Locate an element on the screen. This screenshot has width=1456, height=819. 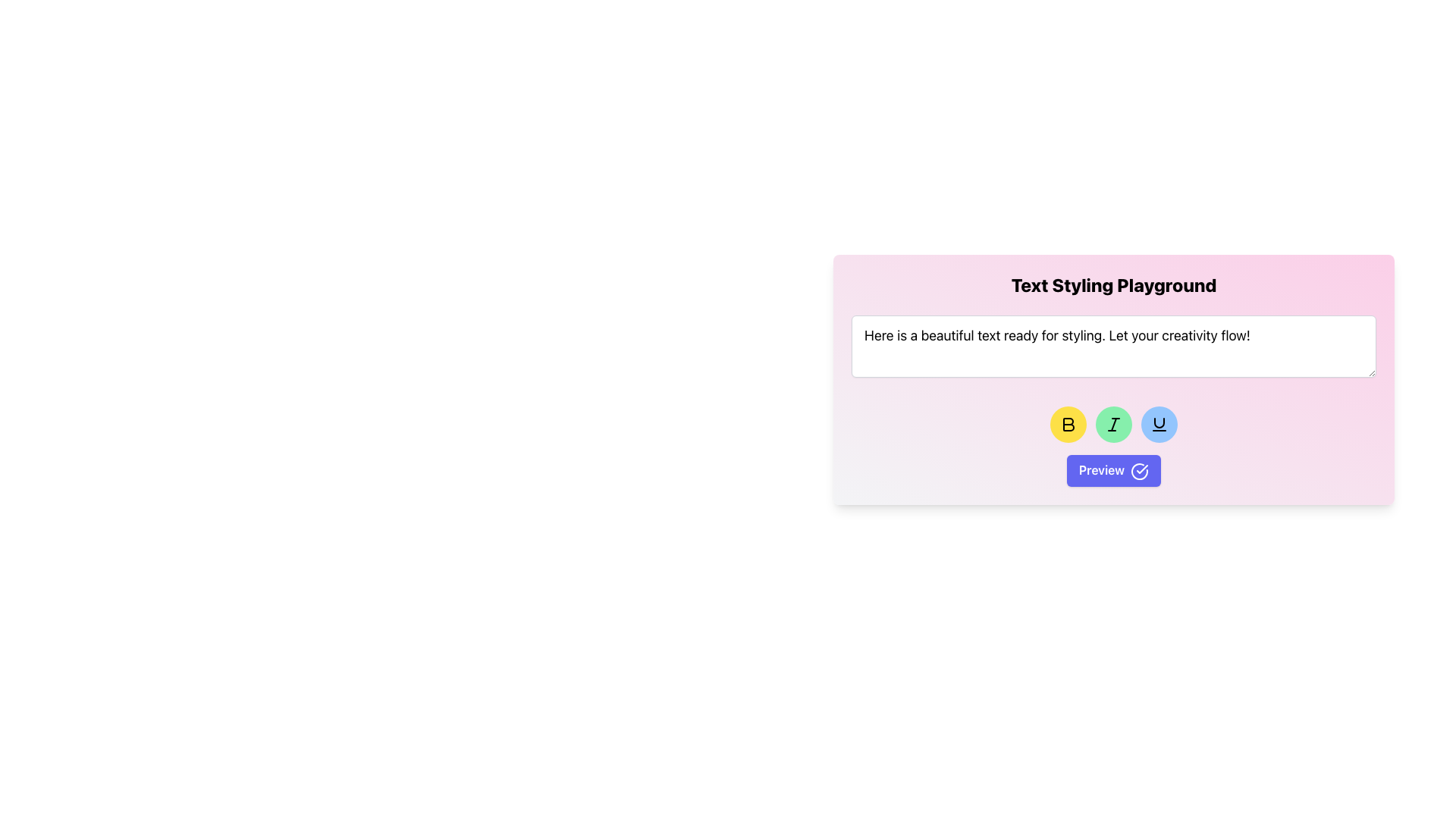
the bold button located at the bottom of the pink-styled text tool interface to apply bold styling to the selected text is located at coordinates (1068, 424).